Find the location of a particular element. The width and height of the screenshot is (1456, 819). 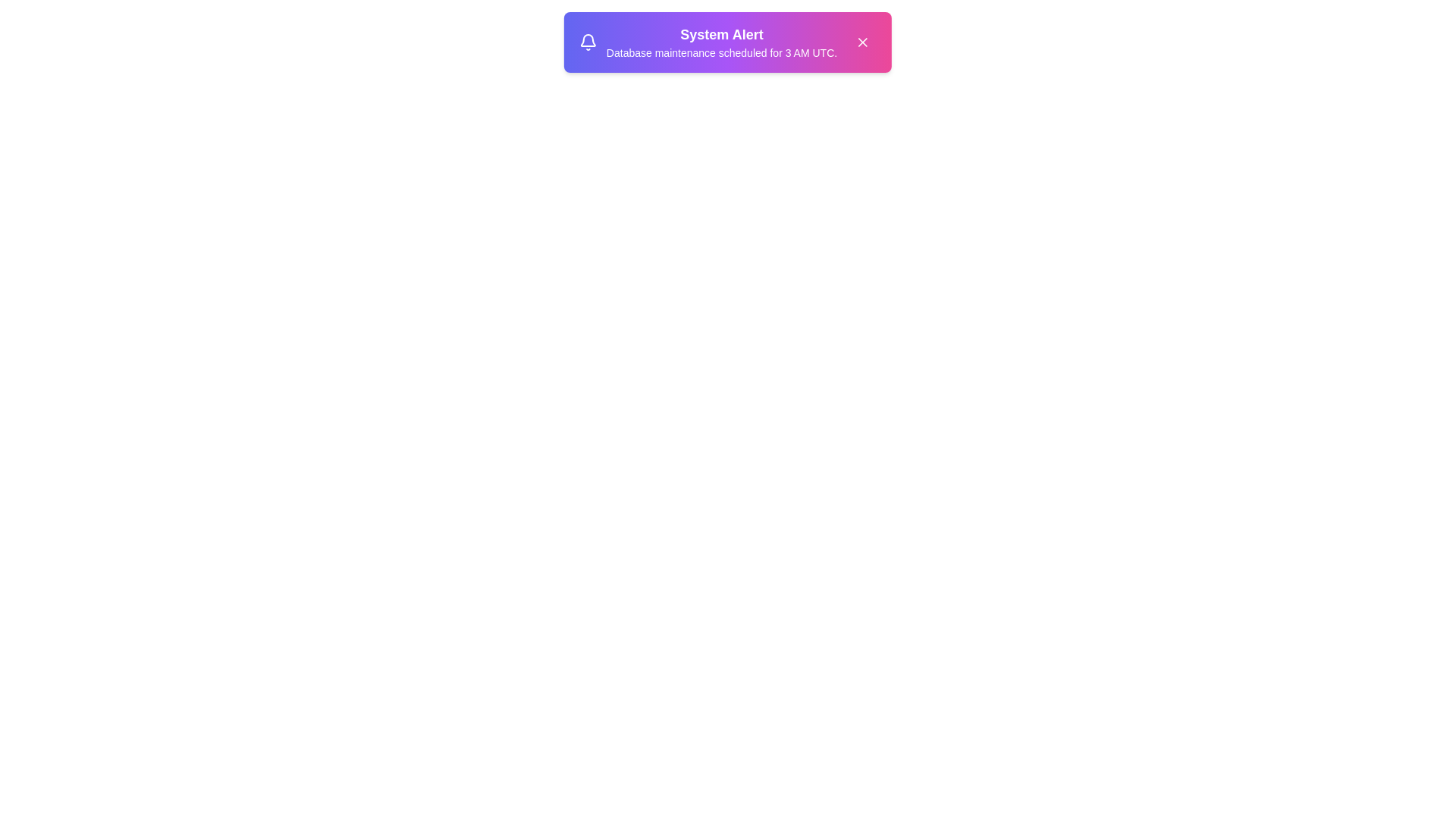

the close button to dismiss the notification is located at coordinates (862, 42).